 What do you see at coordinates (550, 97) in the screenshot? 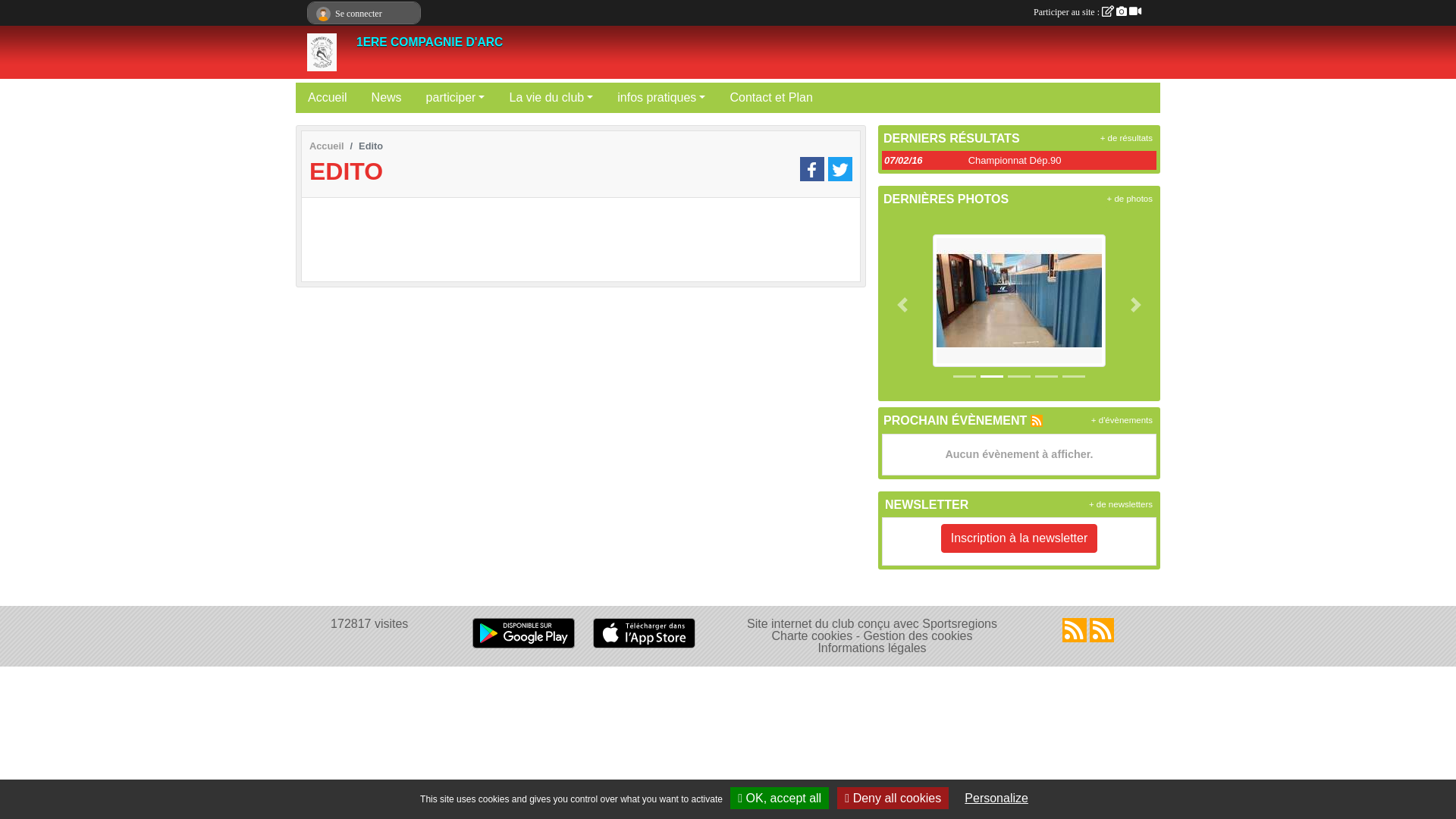
I see `'La vie du club'` at bounding box center [550, 97].